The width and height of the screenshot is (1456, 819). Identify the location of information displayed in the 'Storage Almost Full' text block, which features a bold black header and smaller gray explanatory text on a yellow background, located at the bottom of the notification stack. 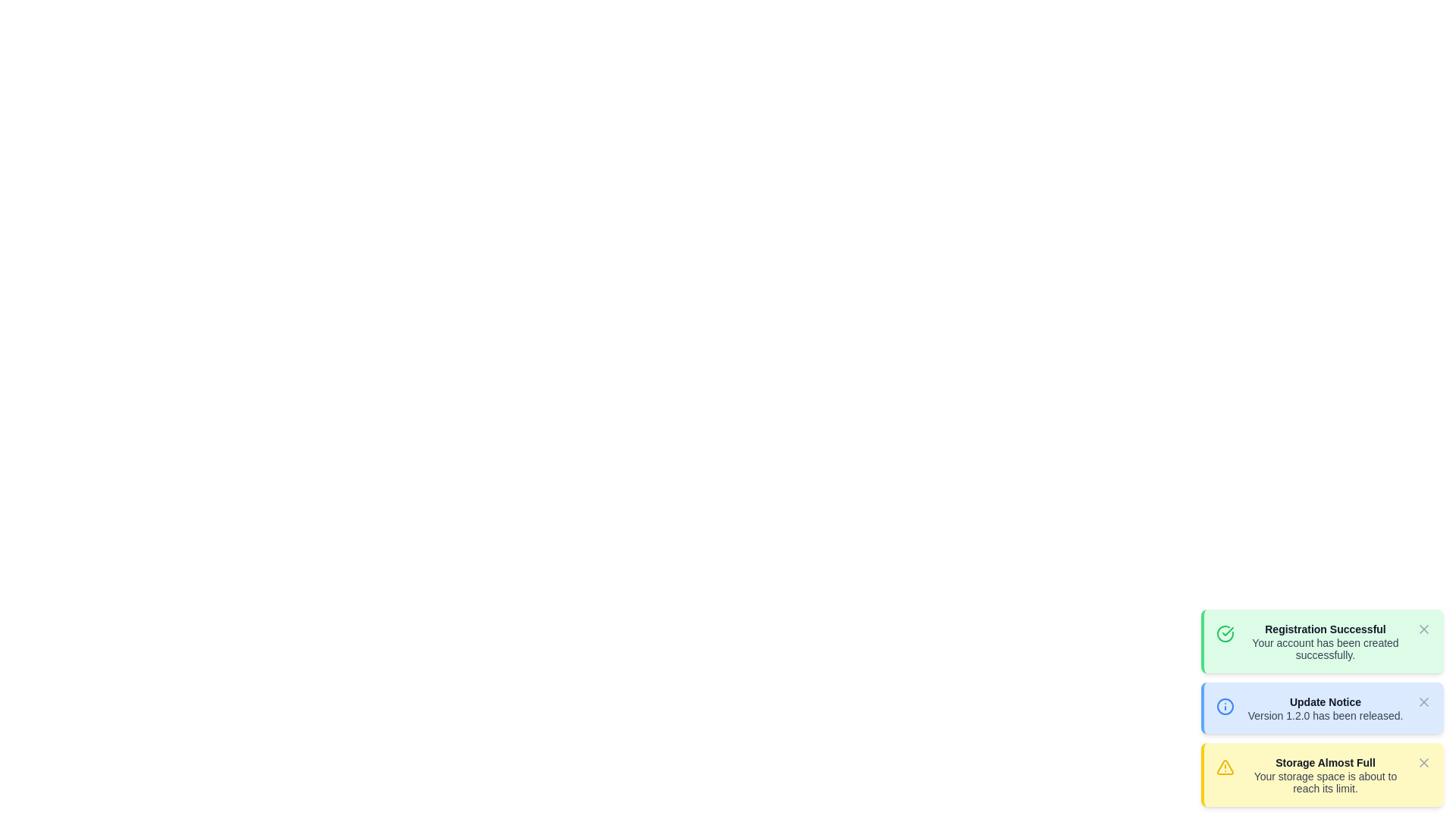
(1324, 775).